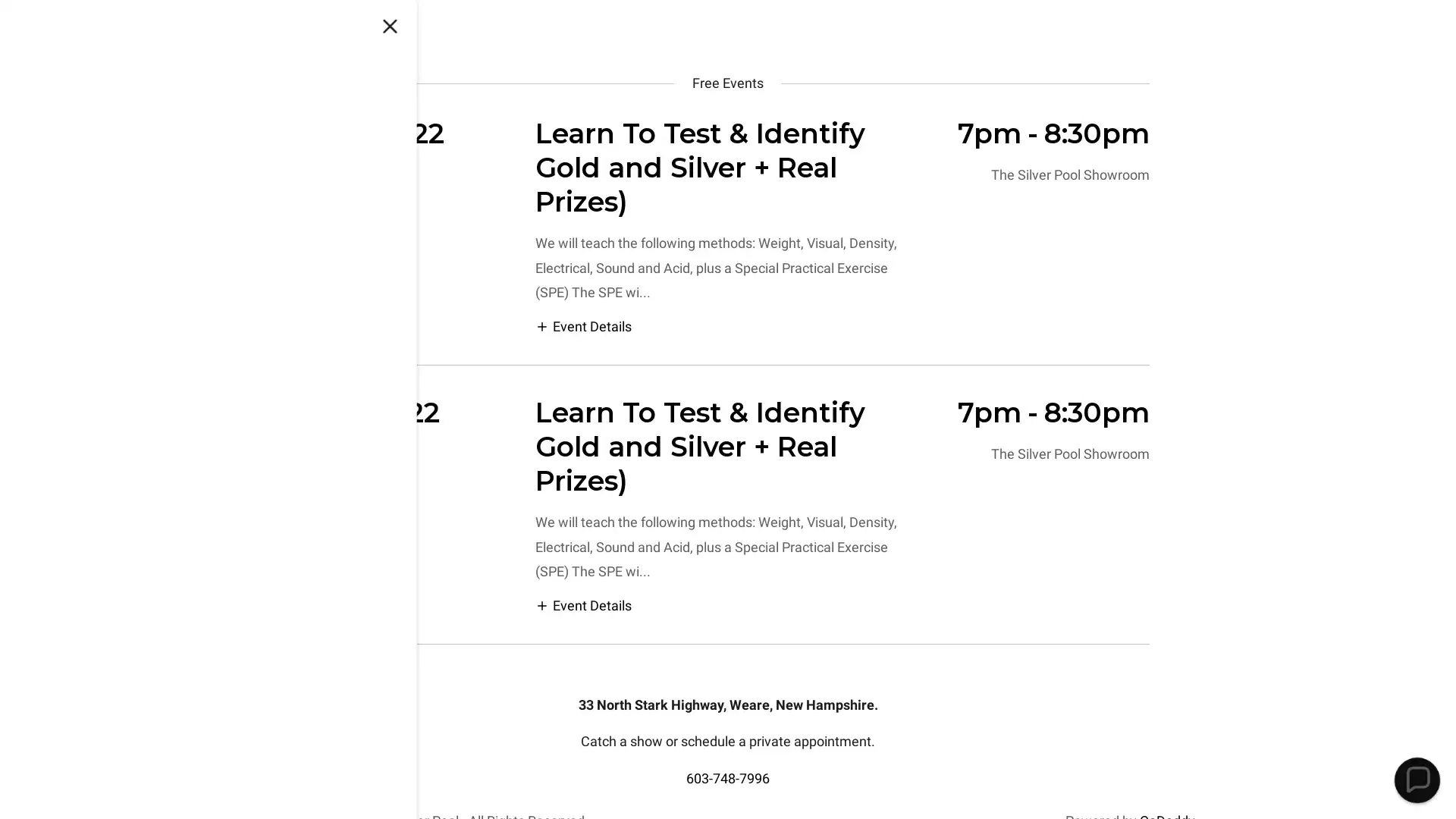  I want to click on Chat widget toggle, so click(1416, 780).